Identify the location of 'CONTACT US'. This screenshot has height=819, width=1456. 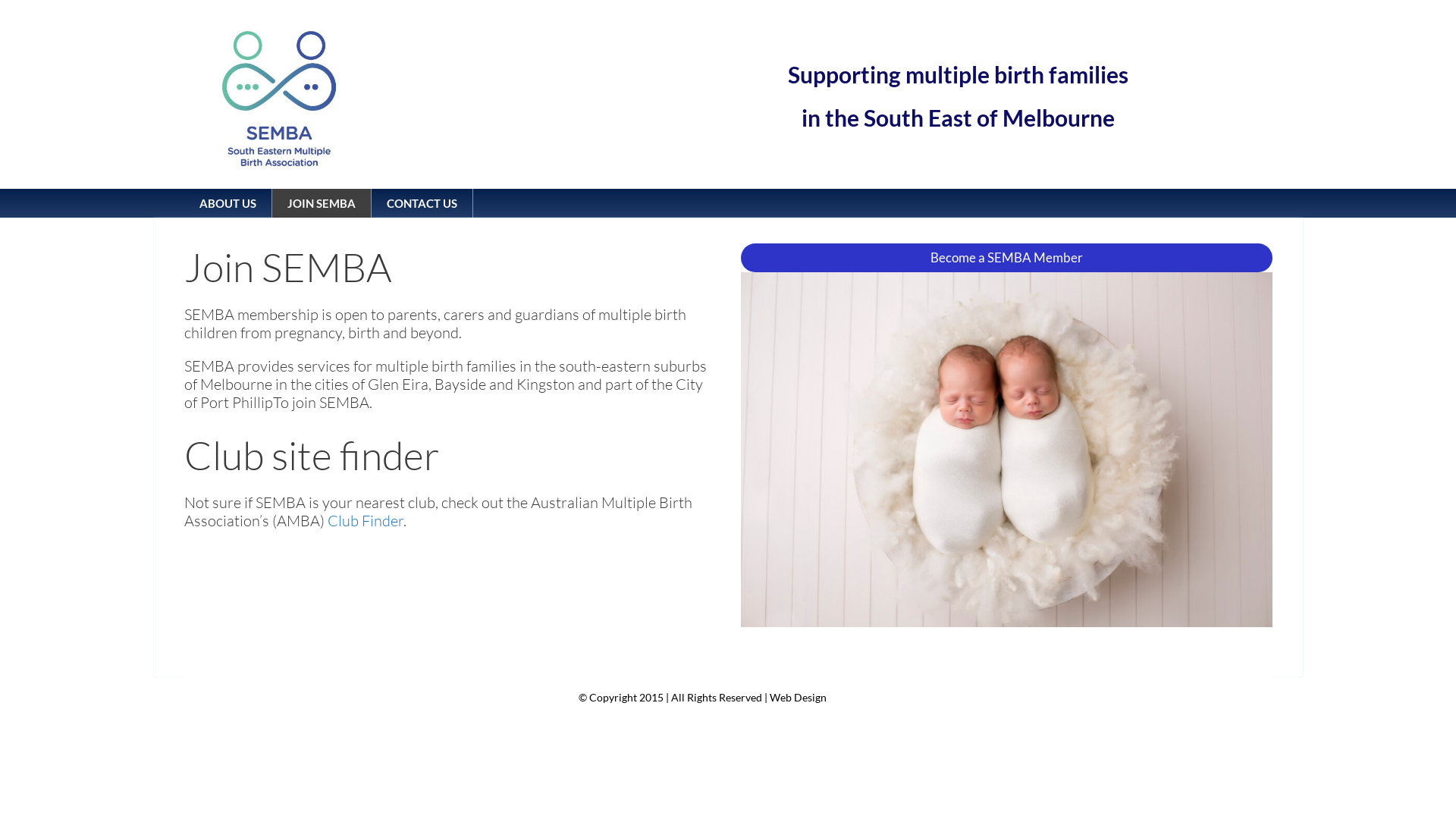
(371, 202).